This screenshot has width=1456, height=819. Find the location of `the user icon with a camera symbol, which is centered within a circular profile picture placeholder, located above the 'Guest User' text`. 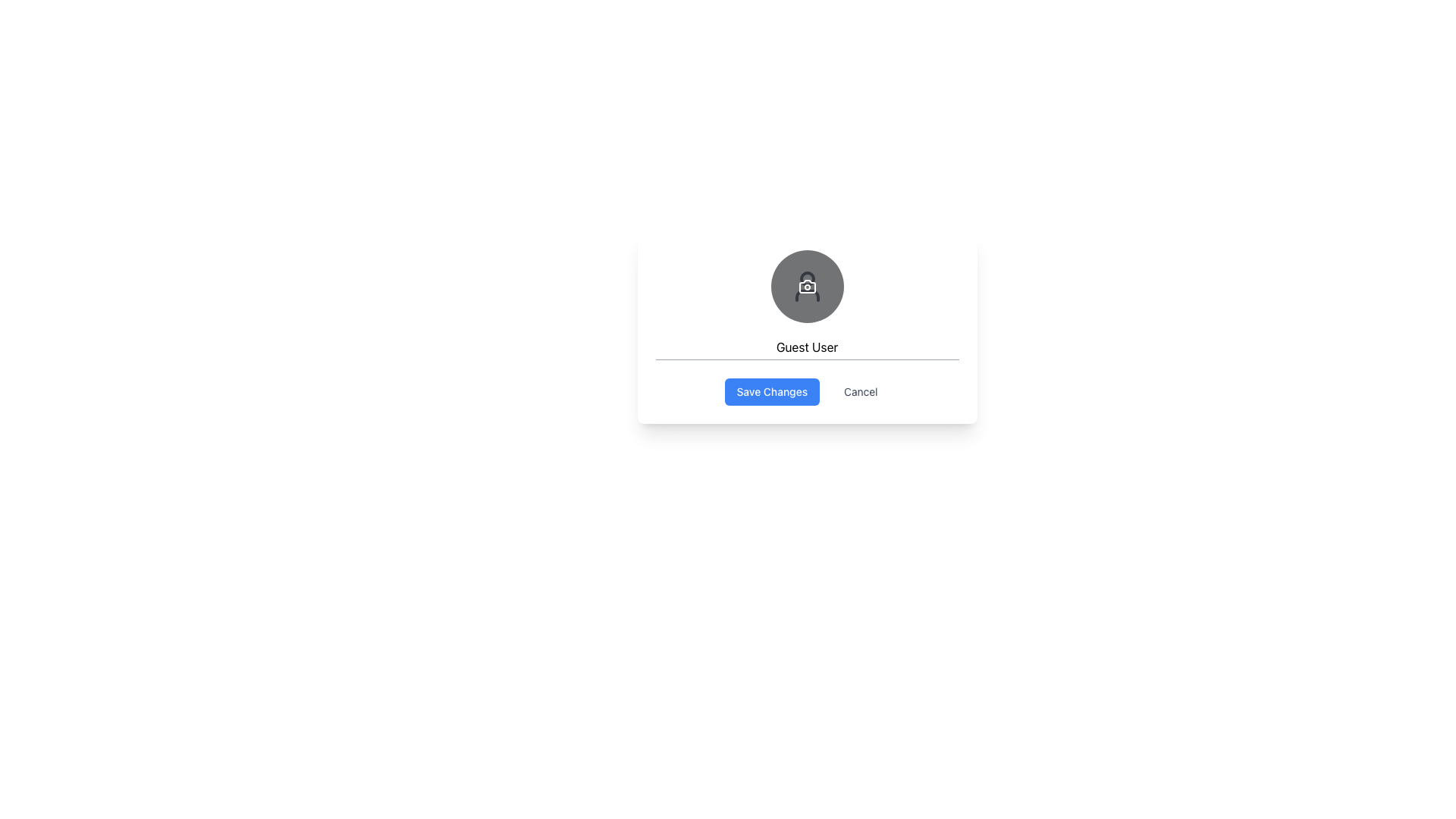

the user icon with a camera symbol, which is centered within a circular profile picture placeholder, located above the 'Guest User' text is located at coordinates (806, 287).